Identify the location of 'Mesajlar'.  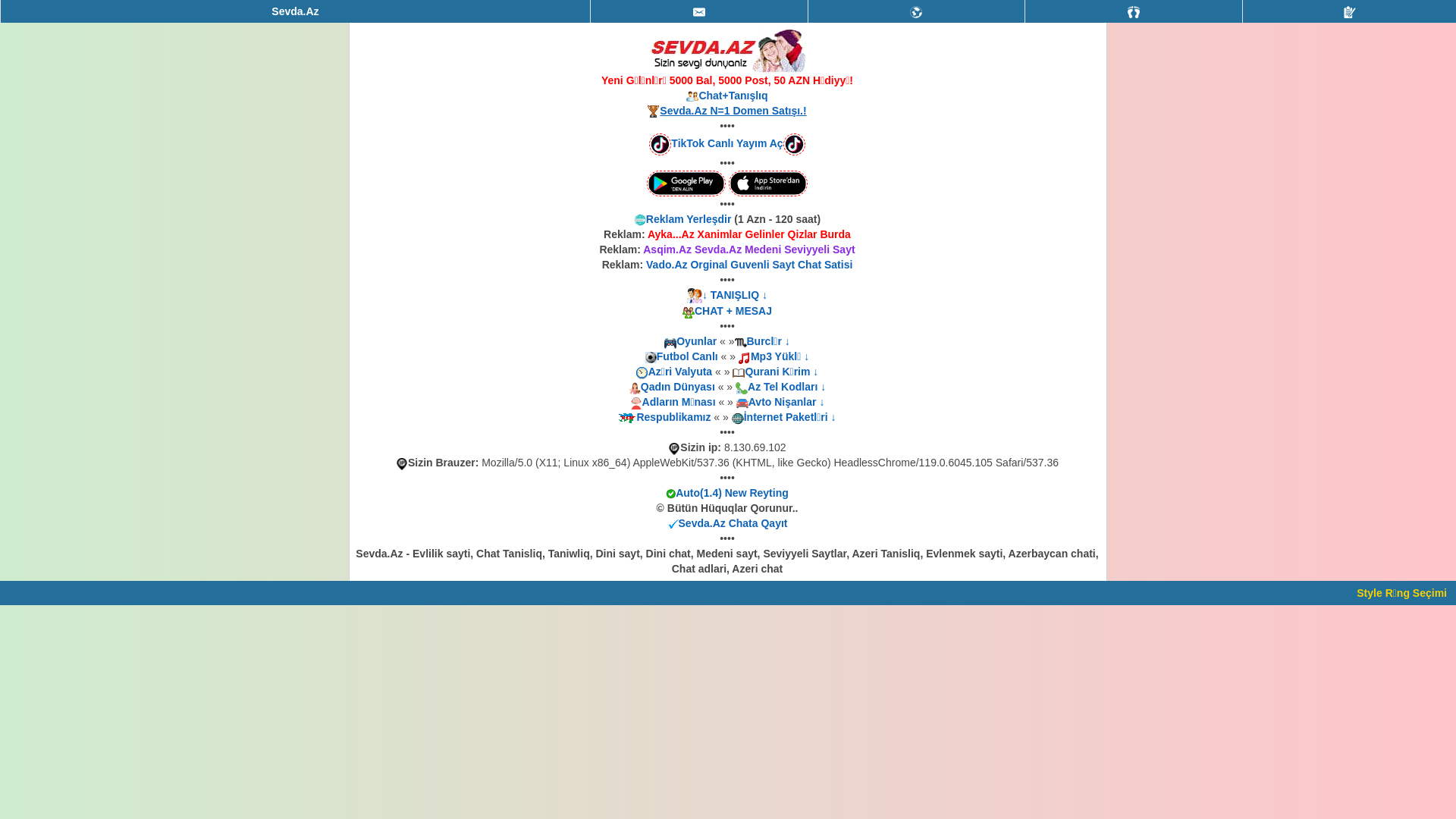
(698, 11).